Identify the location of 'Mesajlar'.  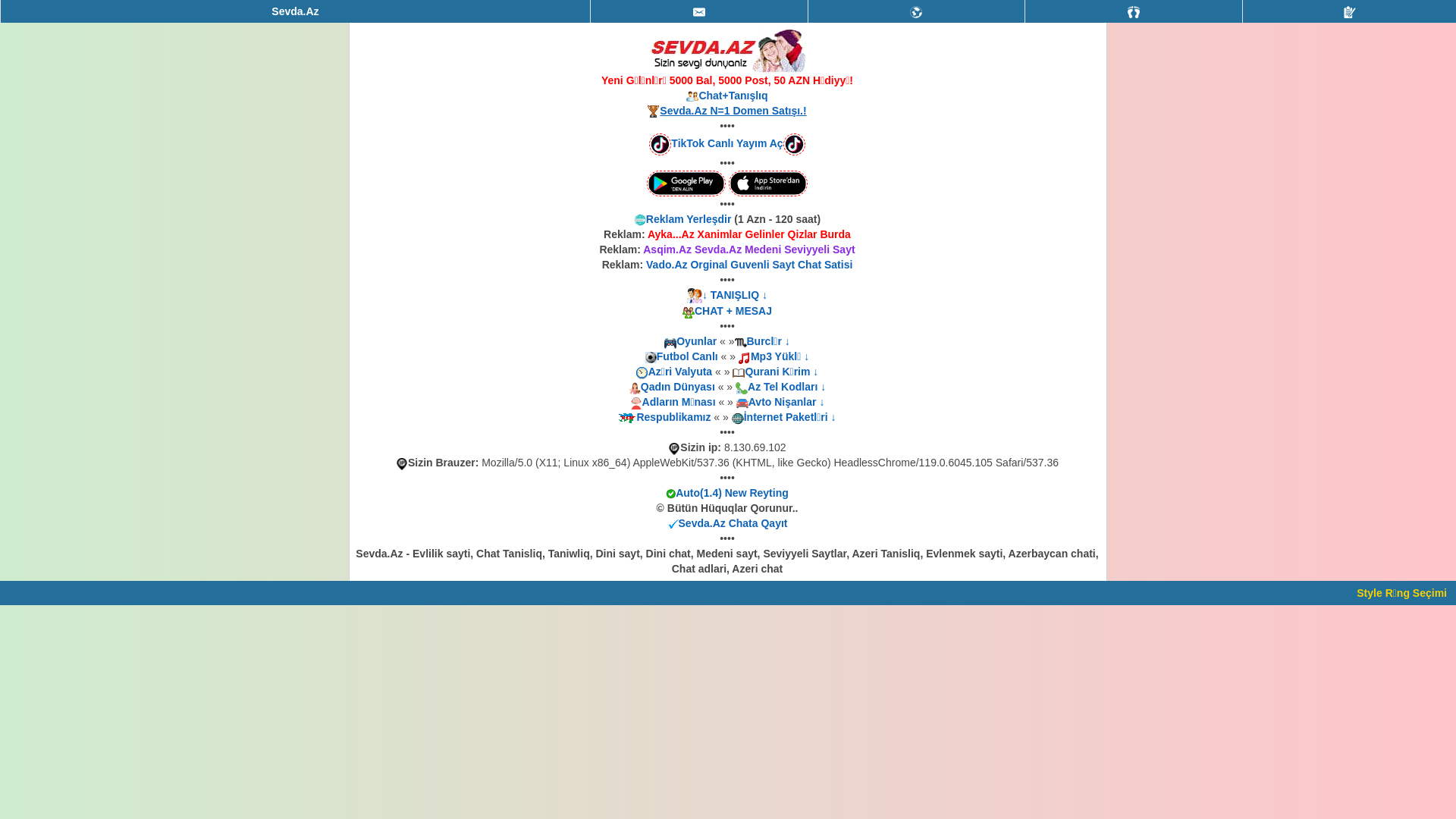
(698, 11).